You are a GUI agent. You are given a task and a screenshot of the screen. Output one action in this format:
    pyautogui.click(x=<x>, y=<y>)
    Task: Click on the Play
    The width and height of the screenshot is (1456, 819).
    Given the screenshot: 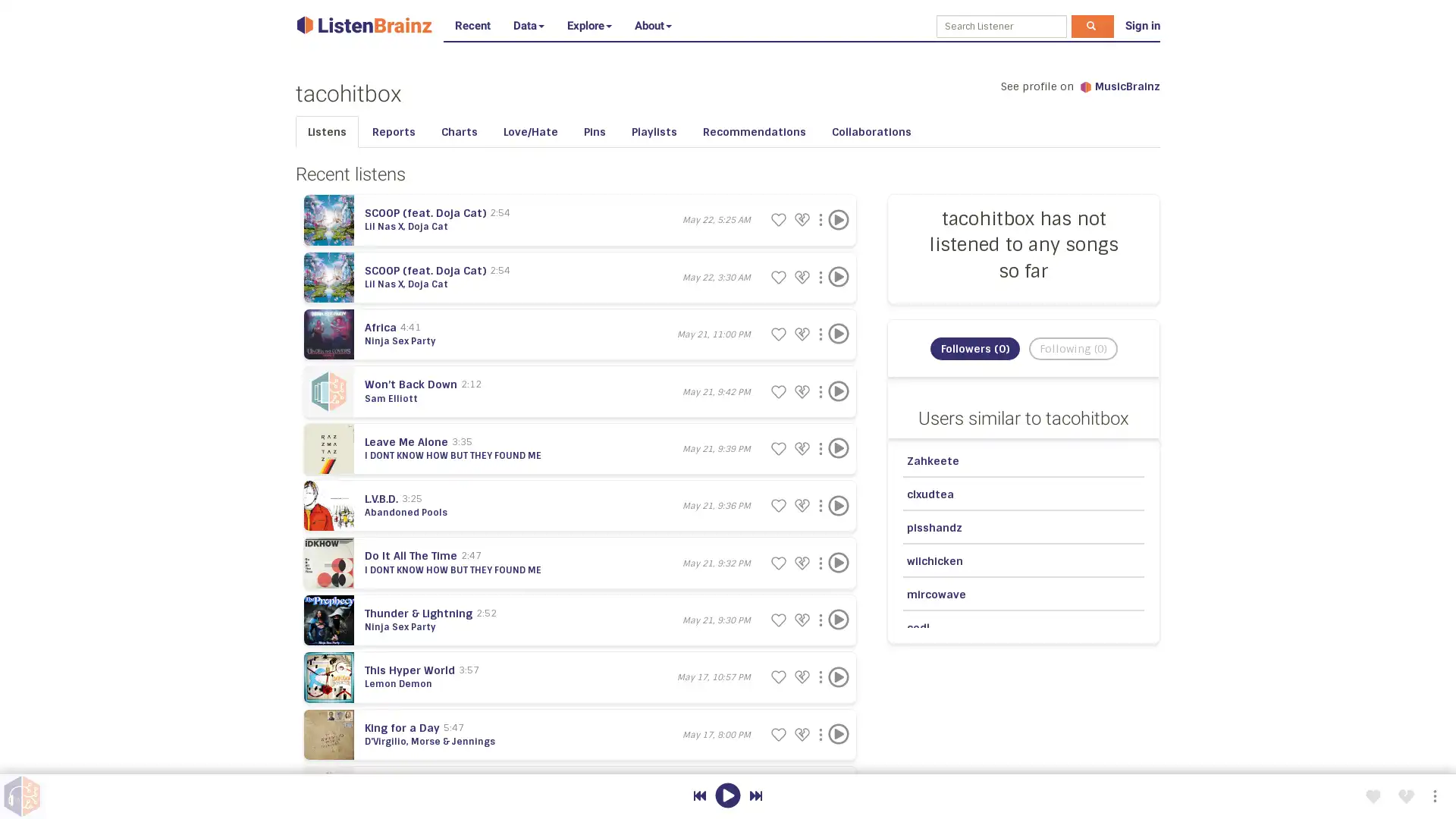 What is the action you would take?
    pyautogui.click(x=837, y=620)
    